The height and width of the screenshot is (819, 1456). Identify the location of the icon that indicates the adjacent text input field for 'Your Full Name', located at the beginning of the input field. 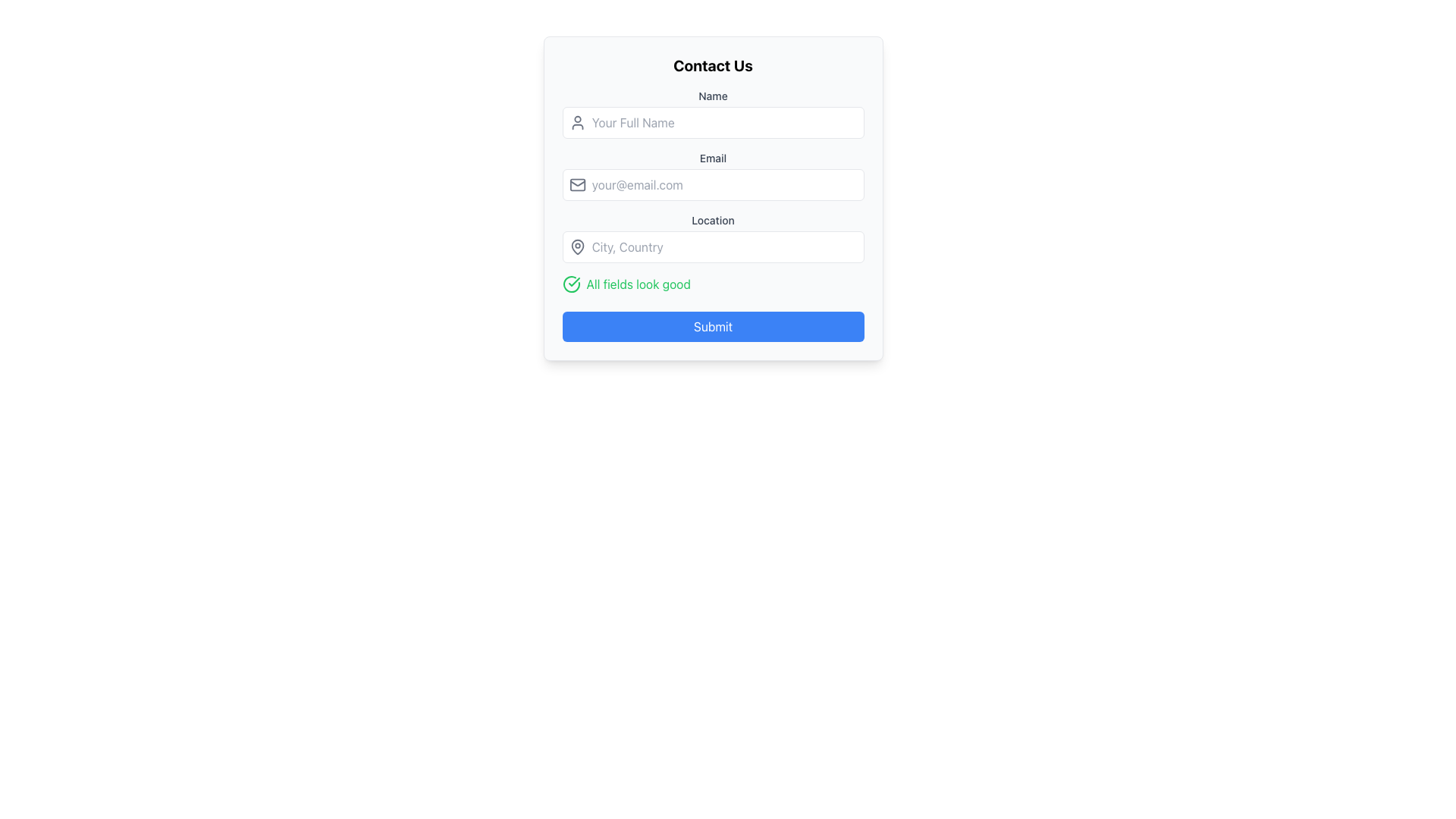
(576, 122).